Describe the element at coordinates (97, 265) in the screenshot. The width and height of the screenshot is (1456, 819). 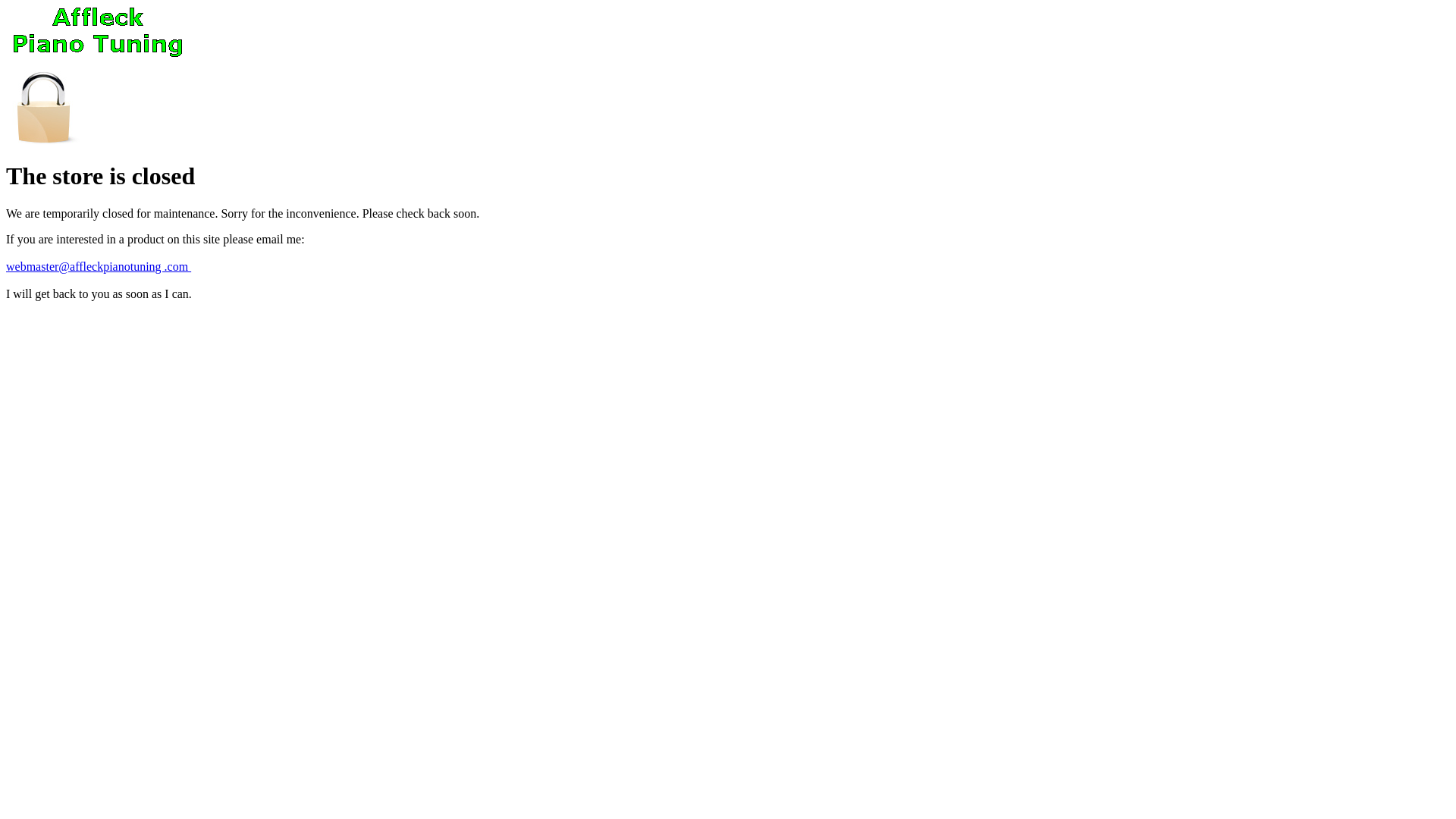
I see `'webmaster@affleckpianotuning .com '` at that location.